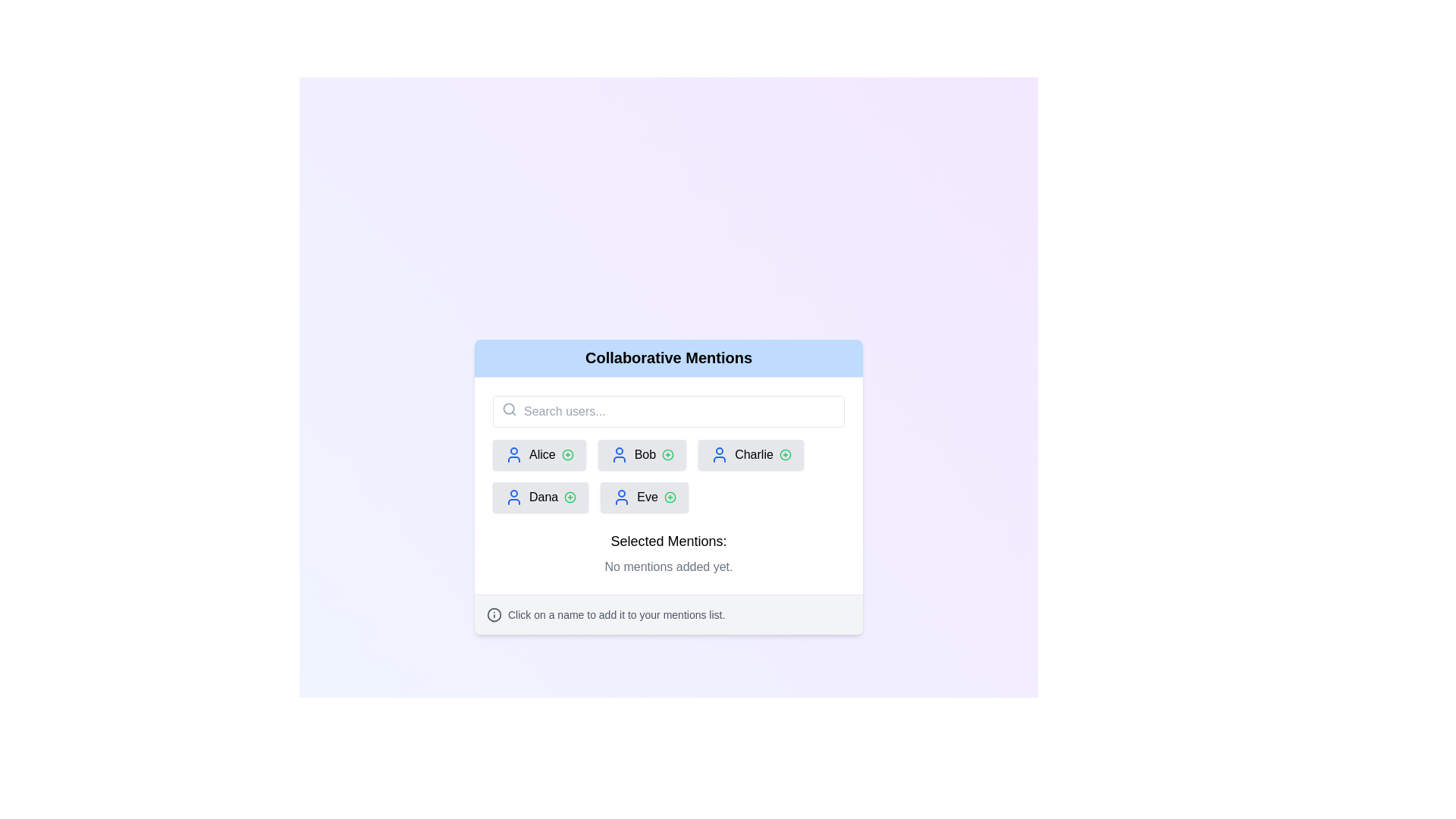 Image resolution: width=1456 pixels, height=819 pixels. What do you see at coordinates (570, 497) in the screenshot?
I see `the circular addition icon located in the 'Dana' group within the 'Collaborative Mentions' dialog box` at bounding box center [570, 497].